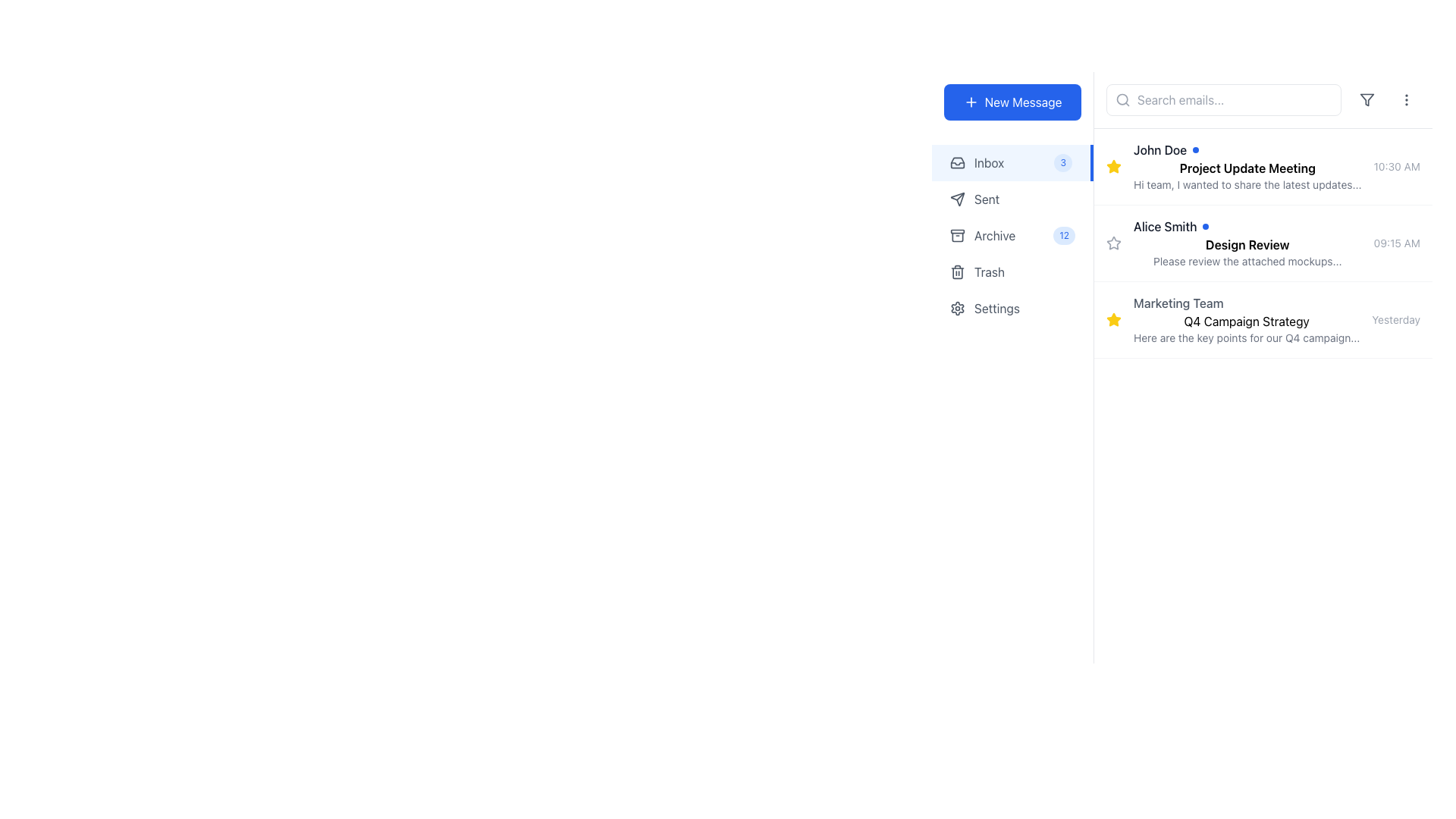  Describe the element at coordinates (956, 164) in the screenshot. I see `the triangular downwards arrow component of the 'Inbox' icon located in the left navigation bar` at that location.